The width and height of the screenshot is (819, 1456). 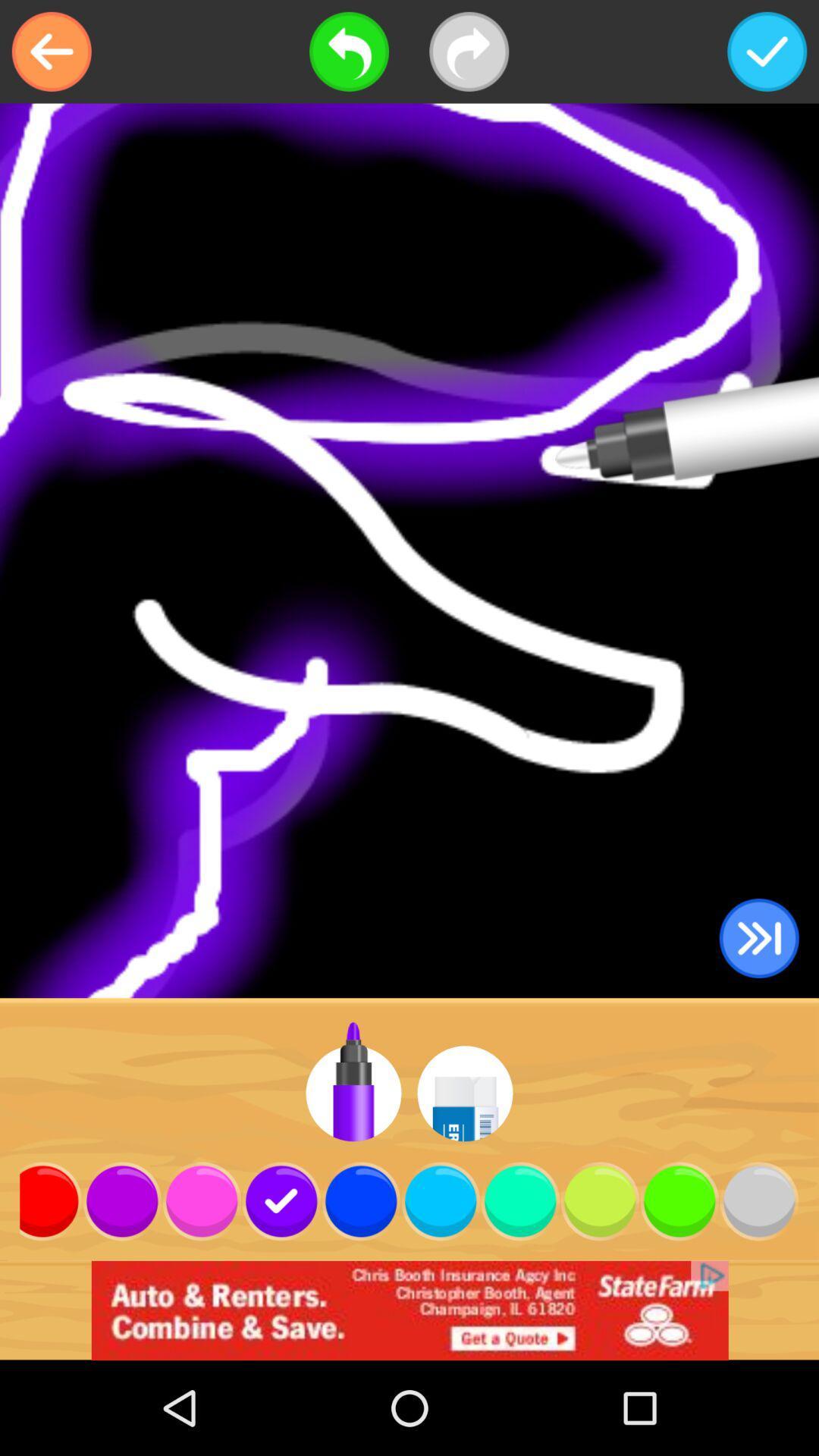 What do you see at coordinates (767, 52) in the screenshot?
I see `the item at the top right corner` at bounding box center [767, 52].